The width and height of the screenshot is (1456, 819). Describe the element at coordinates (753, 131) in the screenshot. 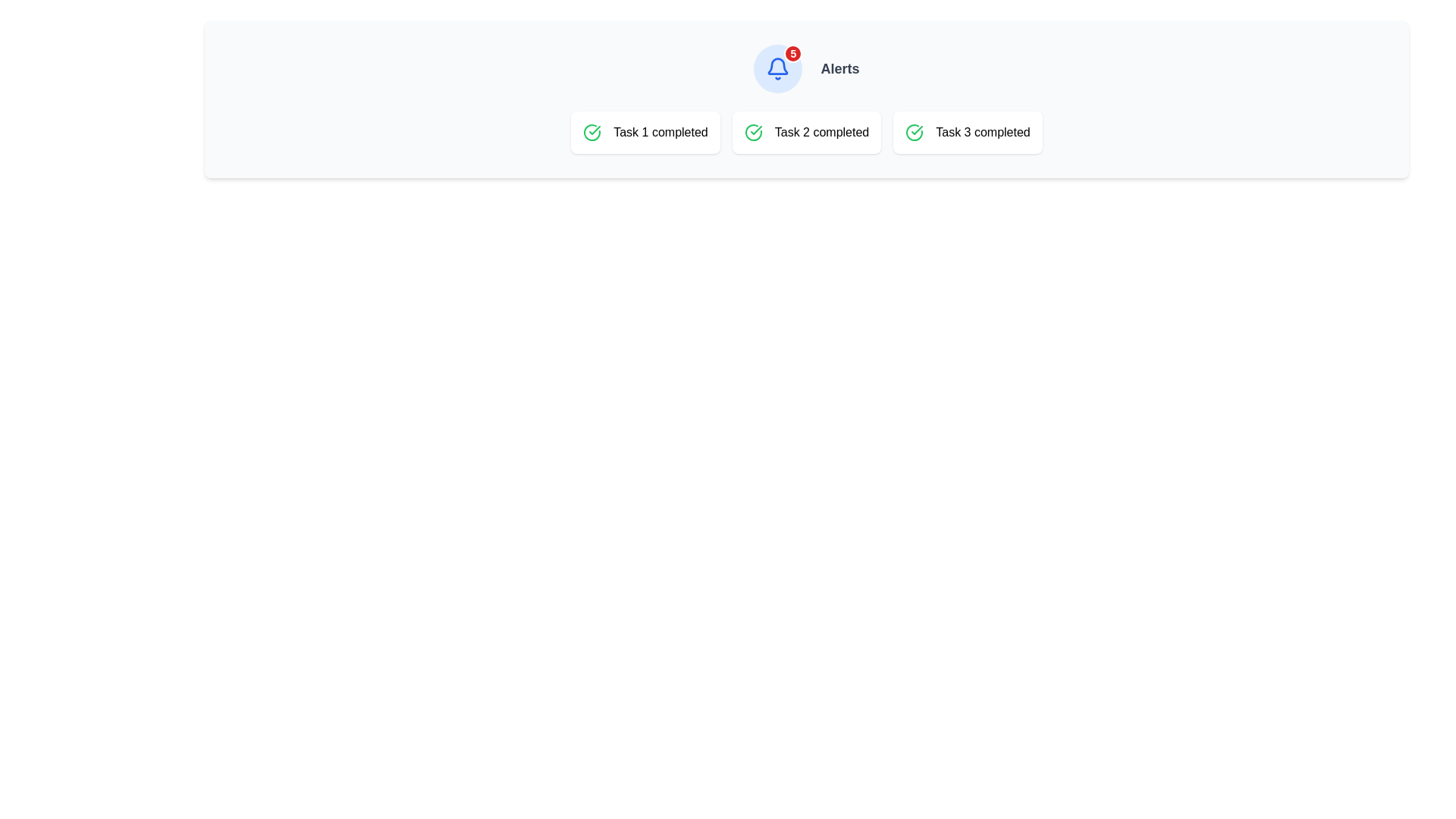

I see `the green check mark icon indicating 'Task 2 completed'` at that location.